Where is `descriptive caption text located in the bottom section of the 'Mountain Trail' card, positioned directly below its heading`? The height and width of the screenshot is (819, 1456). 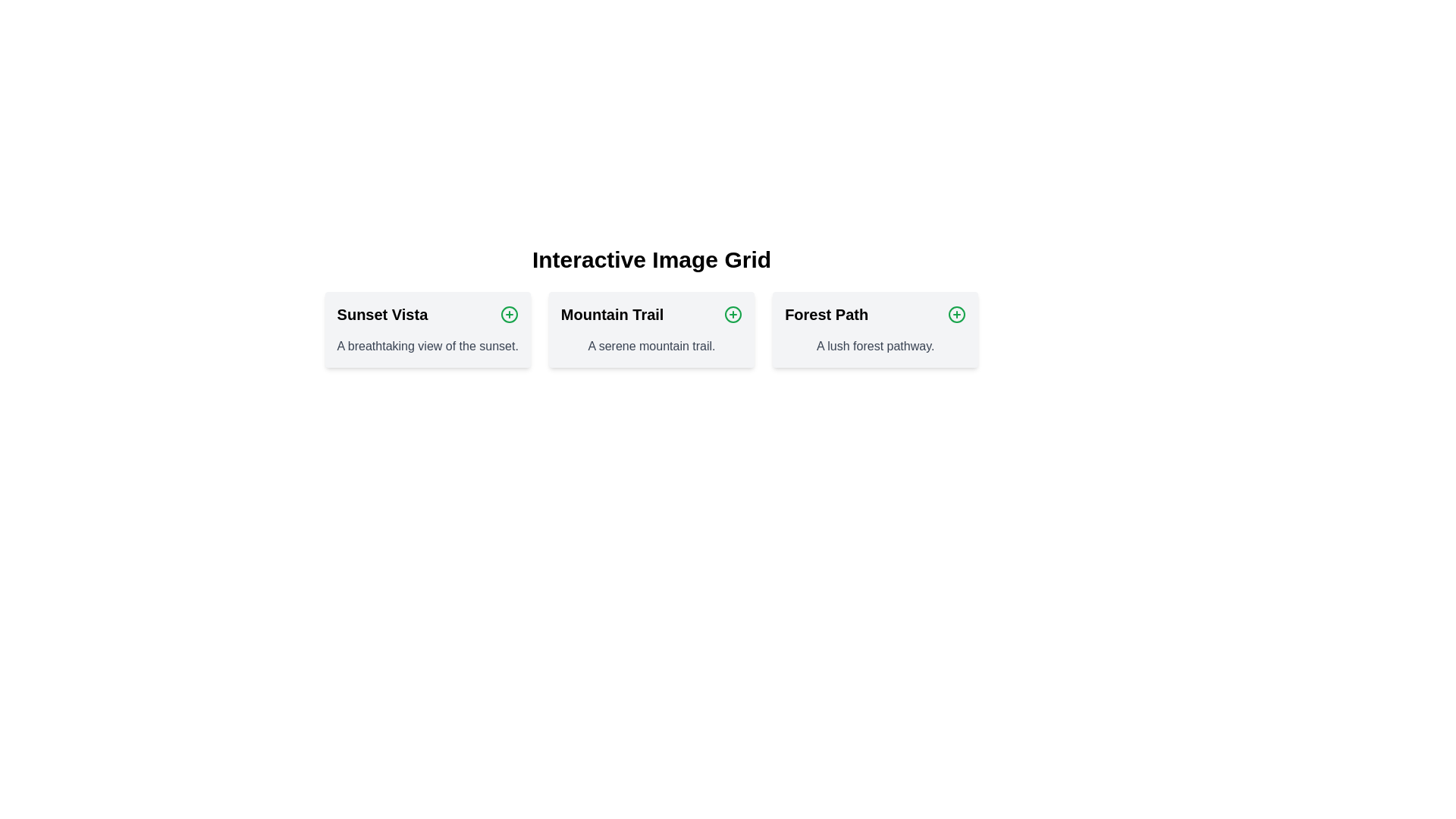 descriptive caption text located in the bottom section of the 'Mountain Trail' card, positioned directly below its heading is located at coordinates (651, 346).